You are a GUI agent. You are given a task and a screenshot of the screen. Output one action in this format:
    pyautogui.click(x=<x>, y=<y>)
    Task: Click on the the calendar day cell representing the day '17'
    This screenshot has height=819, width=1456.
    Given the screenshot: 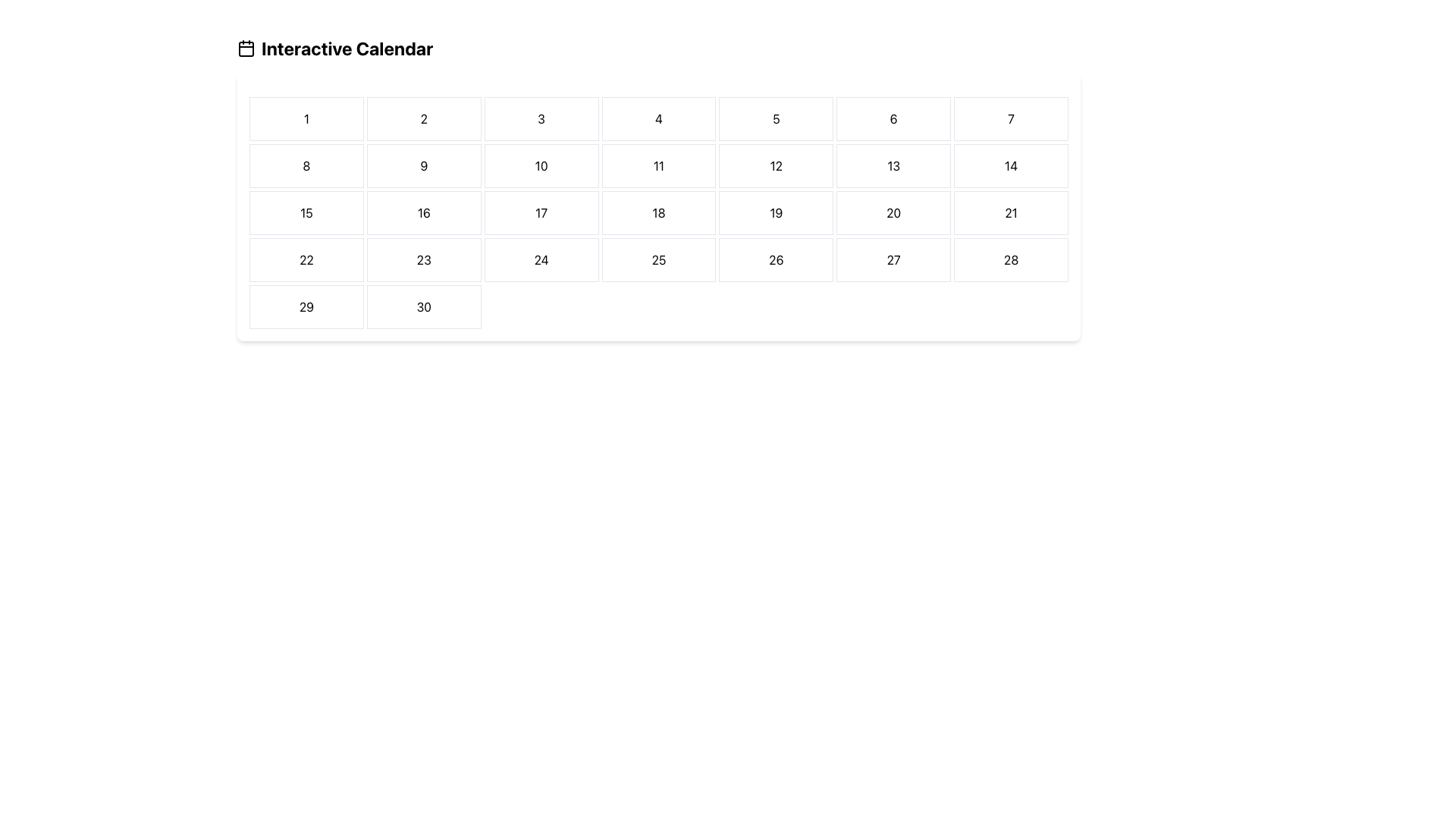 What is the action you would take?
    pyautogui.click(x=541, y=213)
    